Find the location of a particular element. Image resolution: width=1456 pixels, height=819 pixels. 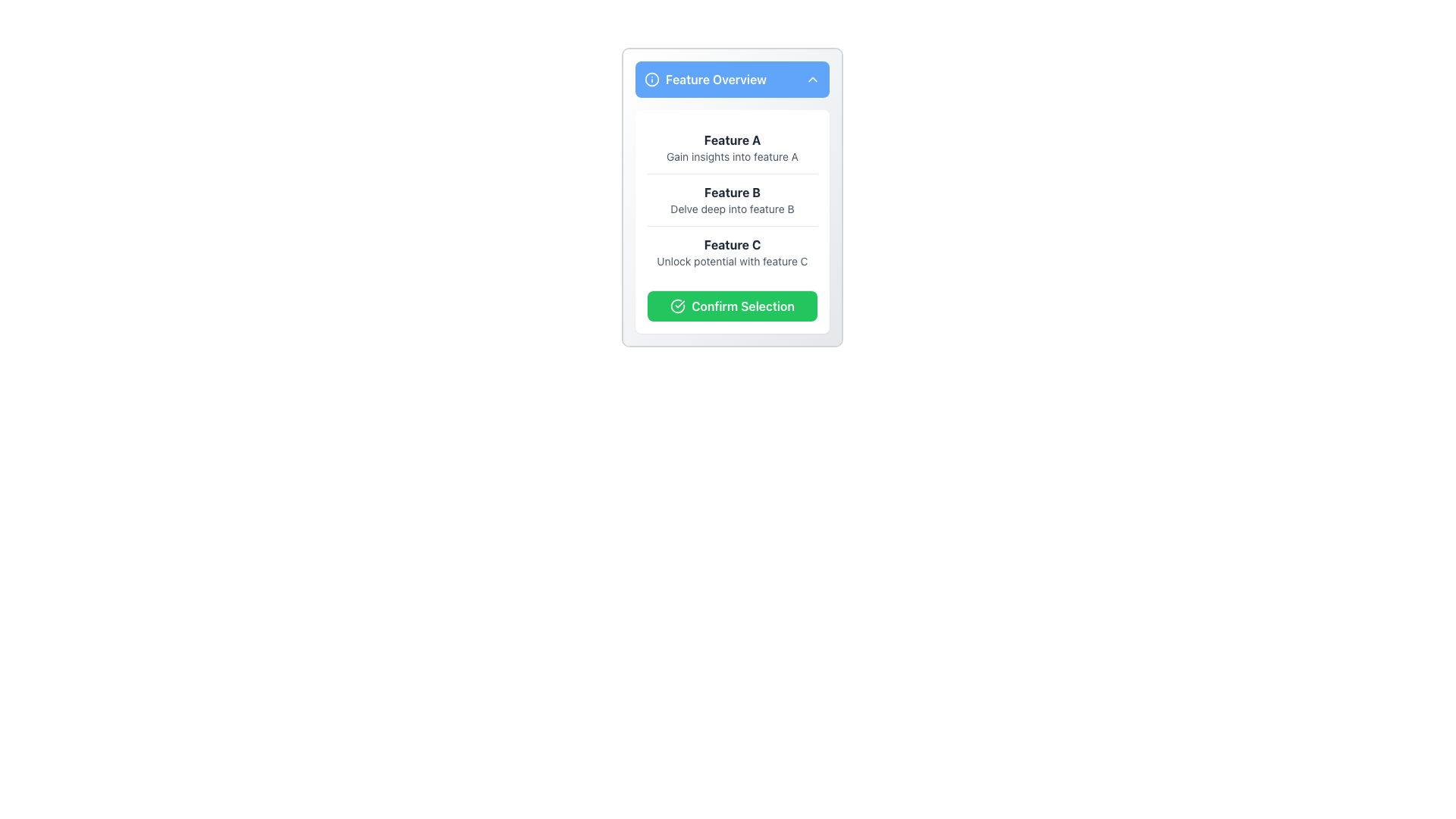

text 'Gain insights into feature A', which is styled in a smaller gray font and located directly below the heading 'Feature A' is located at coordinates (732, 157).